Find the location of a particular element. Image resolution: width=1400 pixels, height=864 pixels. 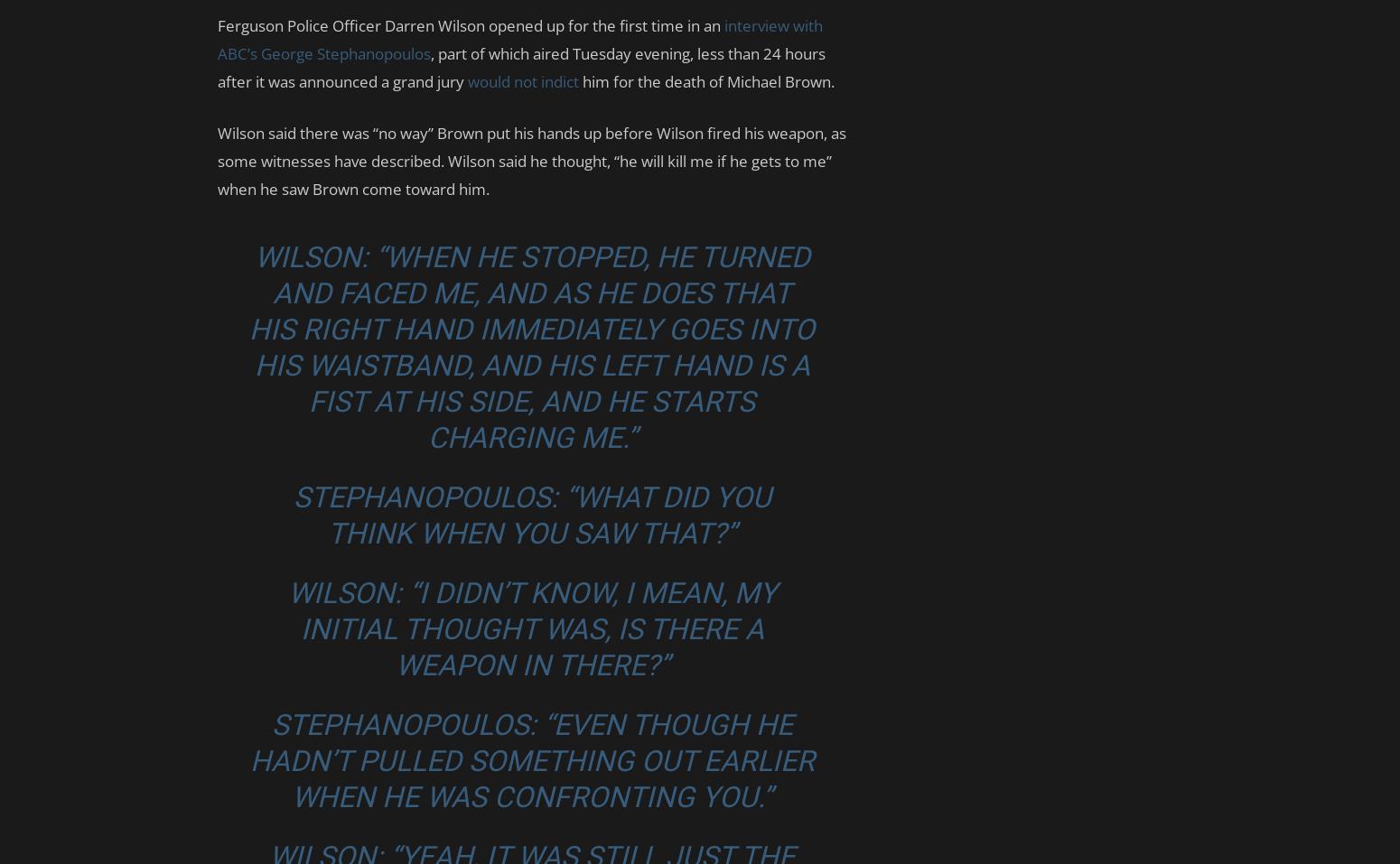

'Wilson: “I didn’t know, I mean, my initial thought was, is there a weapon in there?”' is located at coordinates (531, 628).